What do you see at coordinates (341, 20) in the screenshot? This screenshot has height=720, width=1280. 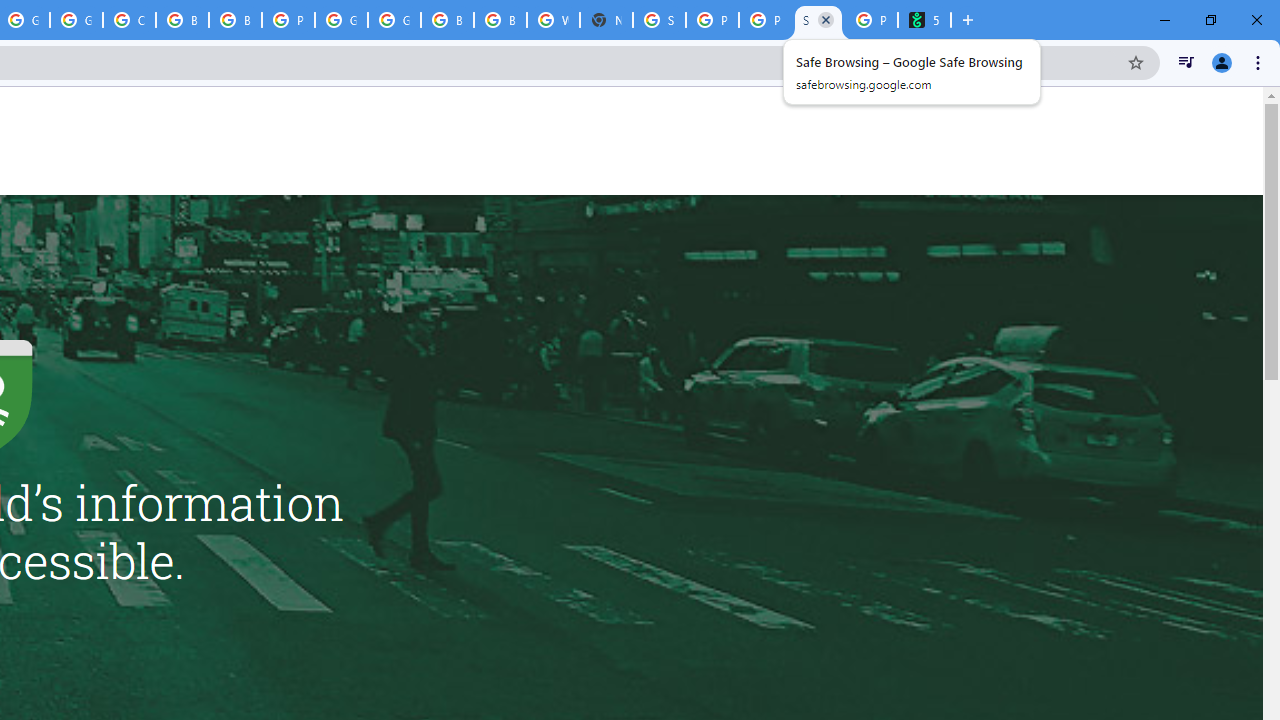 I see `'Google Cloud Platform'` at bounding box center [341, 20].